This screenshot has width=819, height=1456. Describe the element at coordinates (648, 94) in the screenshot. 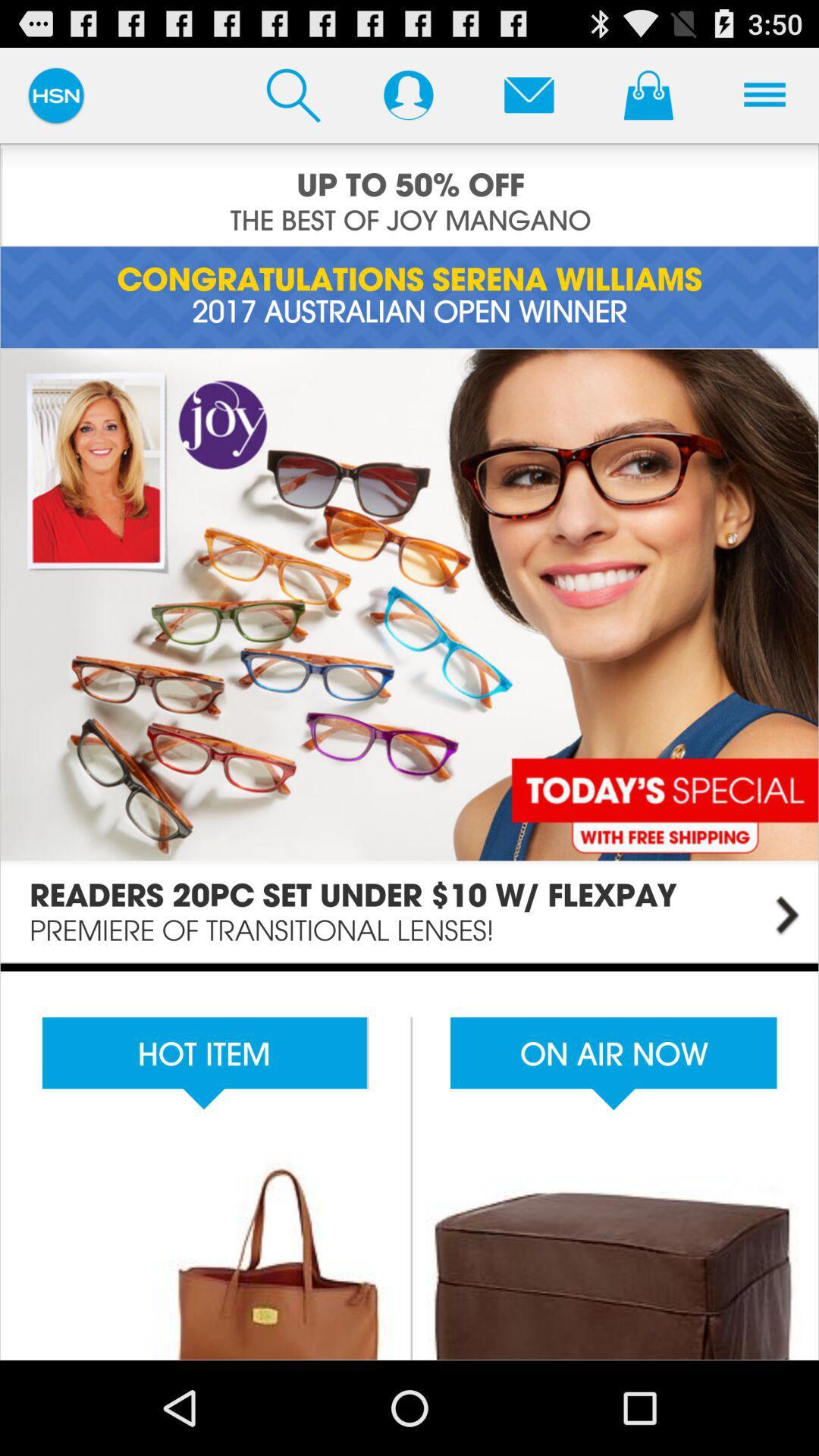

I see `open shopping kart` at that location.